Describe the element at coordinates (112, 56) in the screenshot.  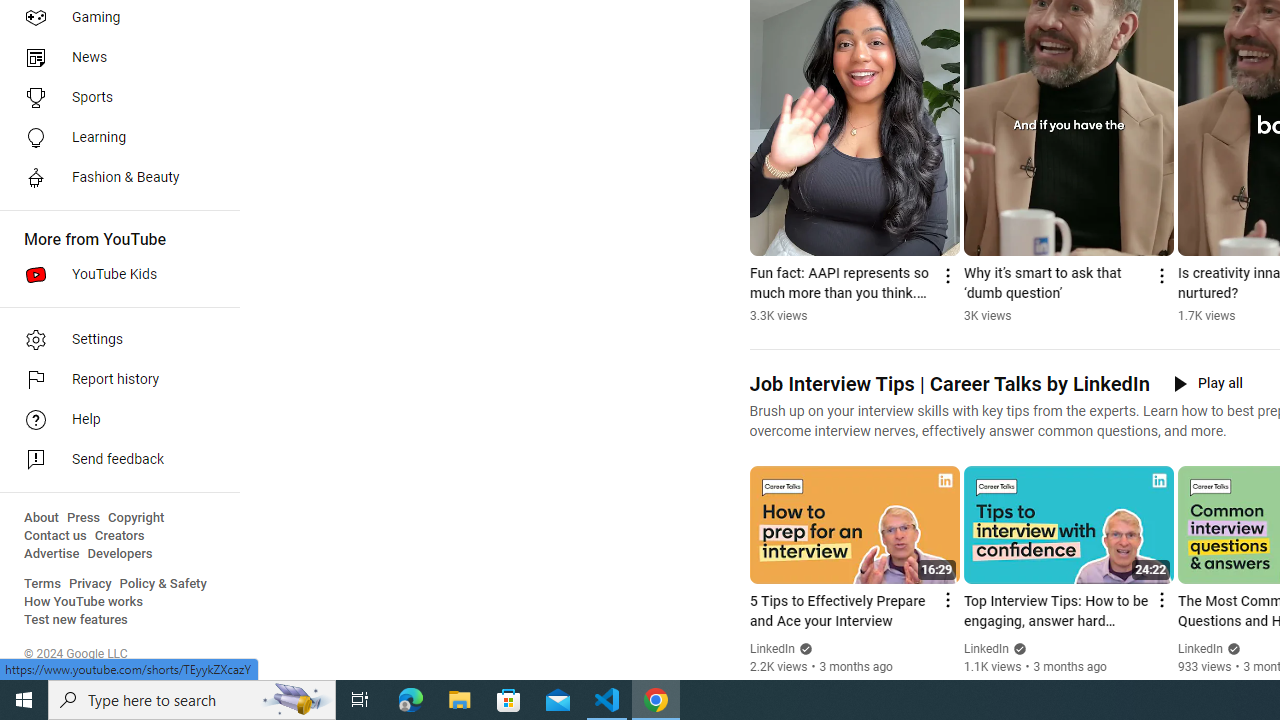
I see `'News'` at that location.